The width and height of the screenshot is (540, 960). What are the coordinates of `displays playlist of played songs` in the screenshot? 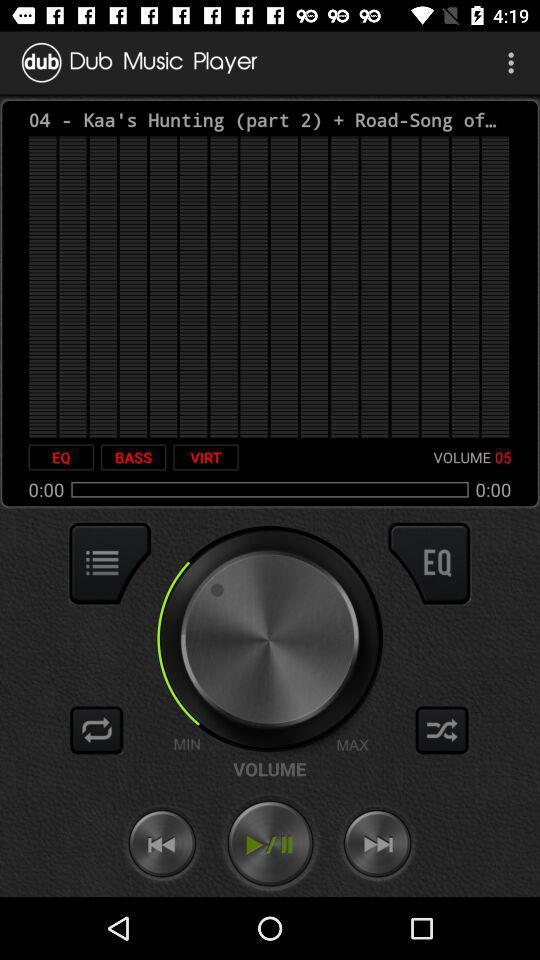 It's located at (110, 563).